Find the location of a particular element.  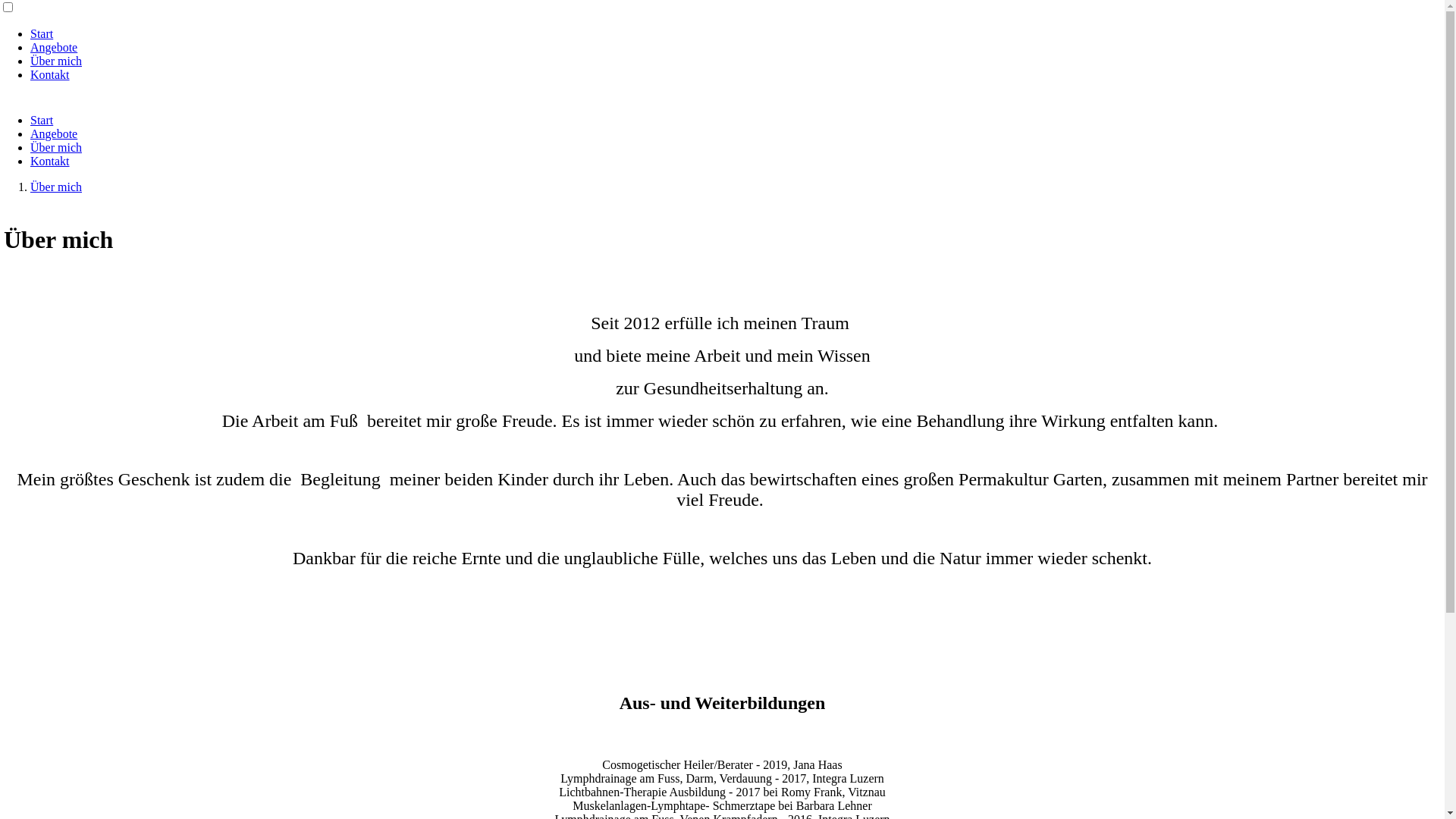

'Kontakt' is located at coordinates (50, 74).